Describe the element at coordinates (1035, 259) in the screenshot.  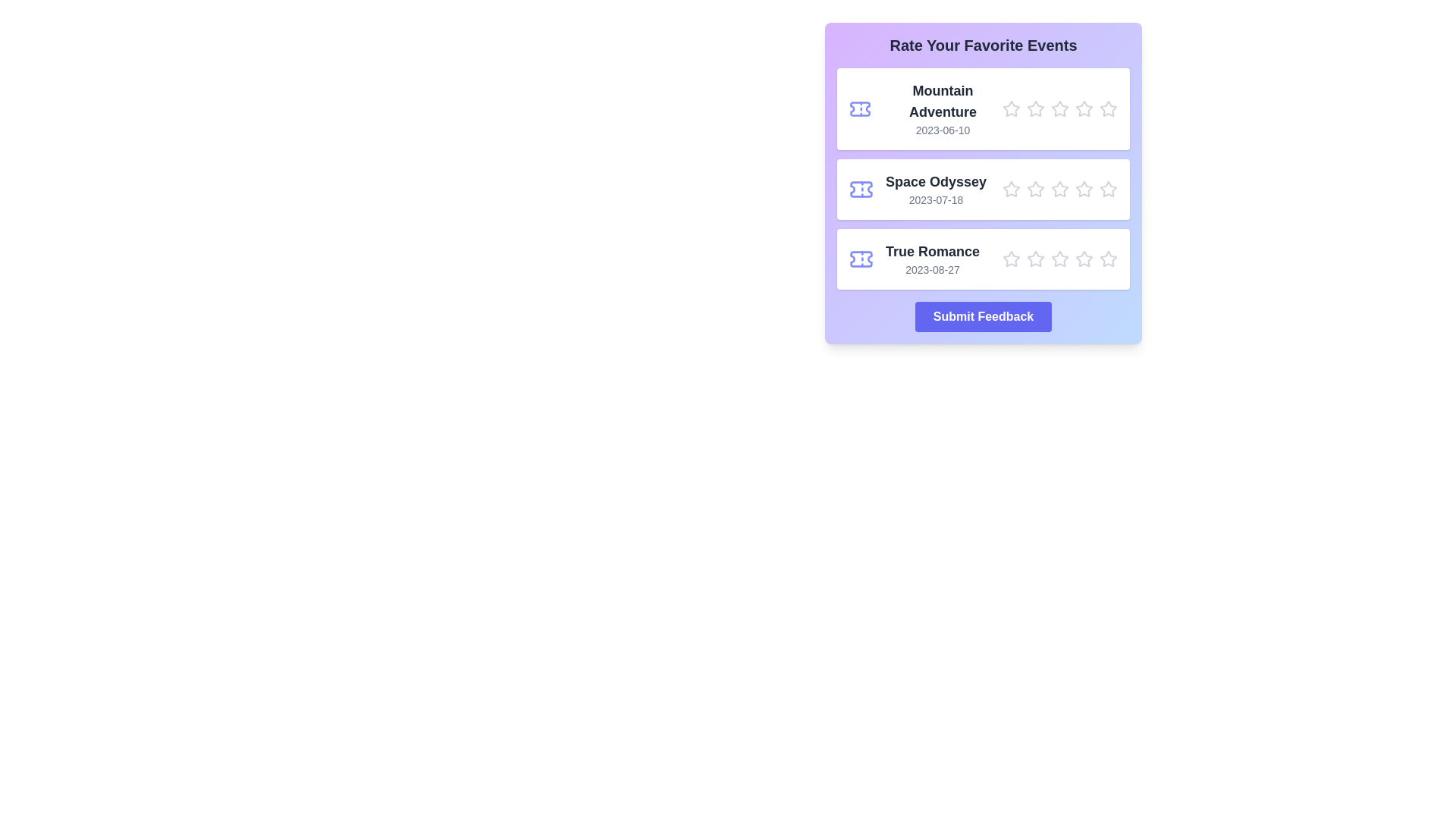
I see `the star corresponding to the rating 2 for the movie True Romance` at that location.